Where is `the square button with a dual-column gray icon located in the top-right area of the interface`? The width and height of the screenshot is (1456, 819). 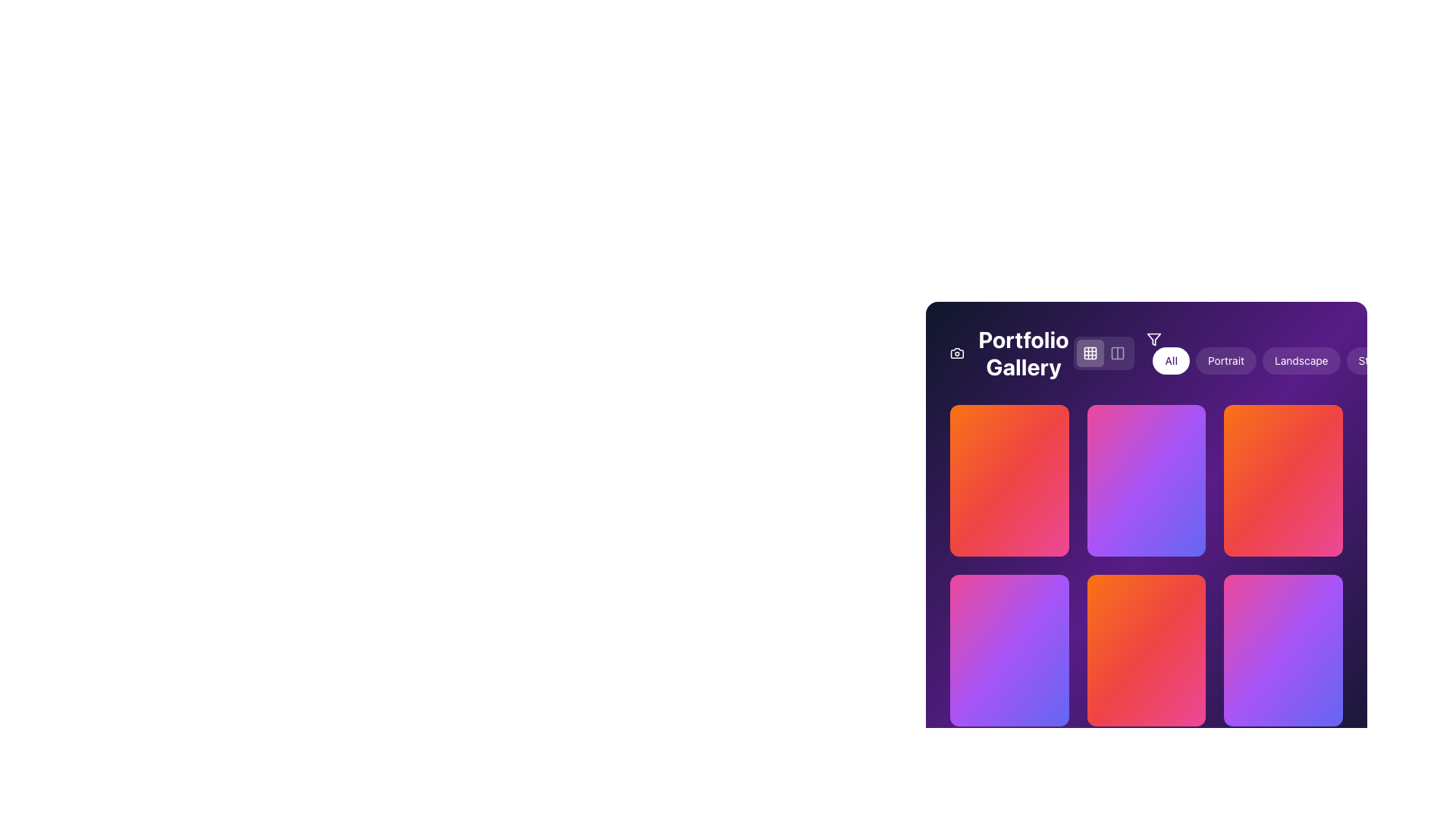
the square button with a dual-column gray icon located in the top-right area of the interface is located at coordinates (1118, 353).